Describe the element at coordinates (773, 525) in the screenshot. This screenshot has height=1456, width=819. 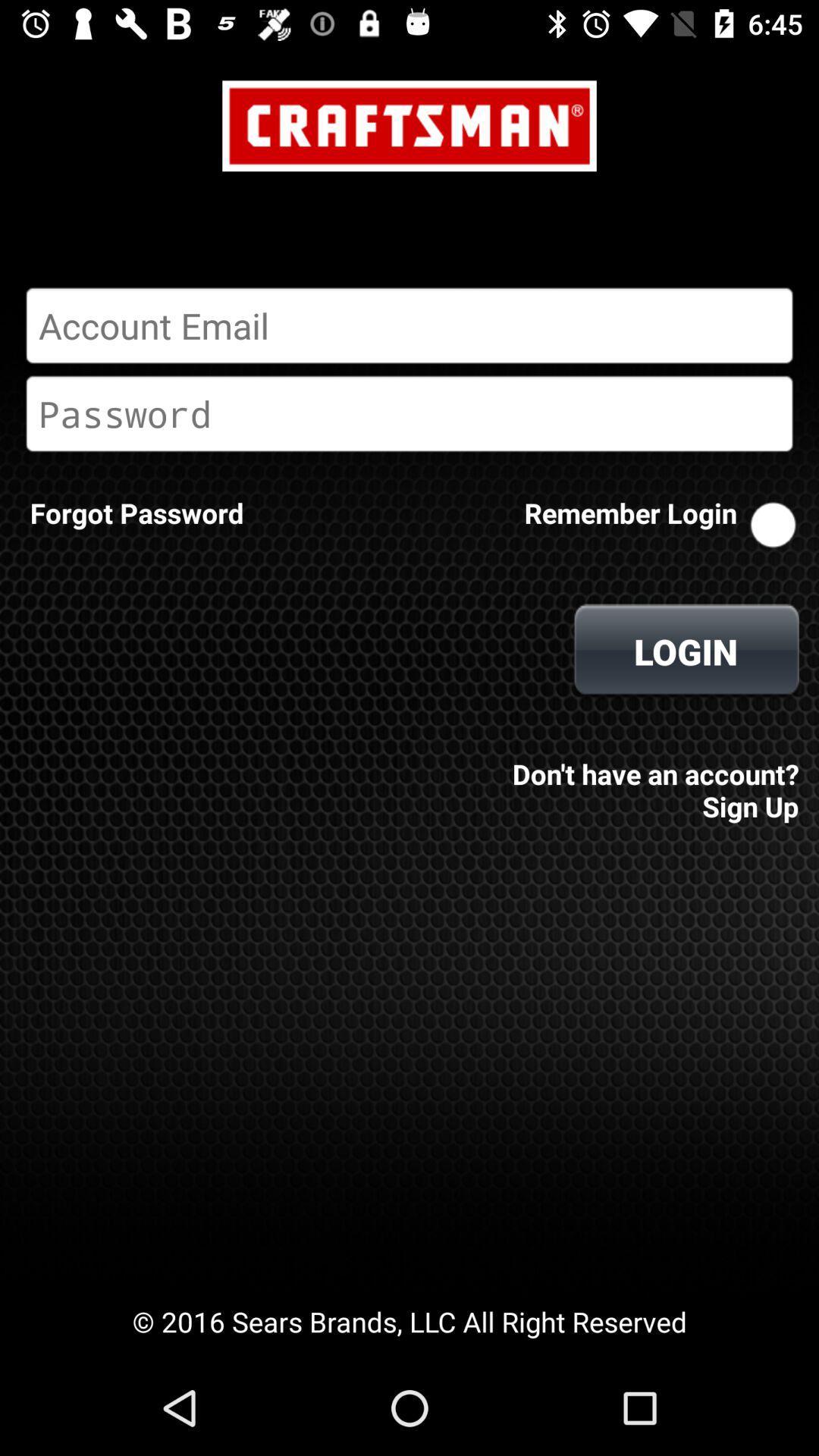
I see `remember login option` at that location.